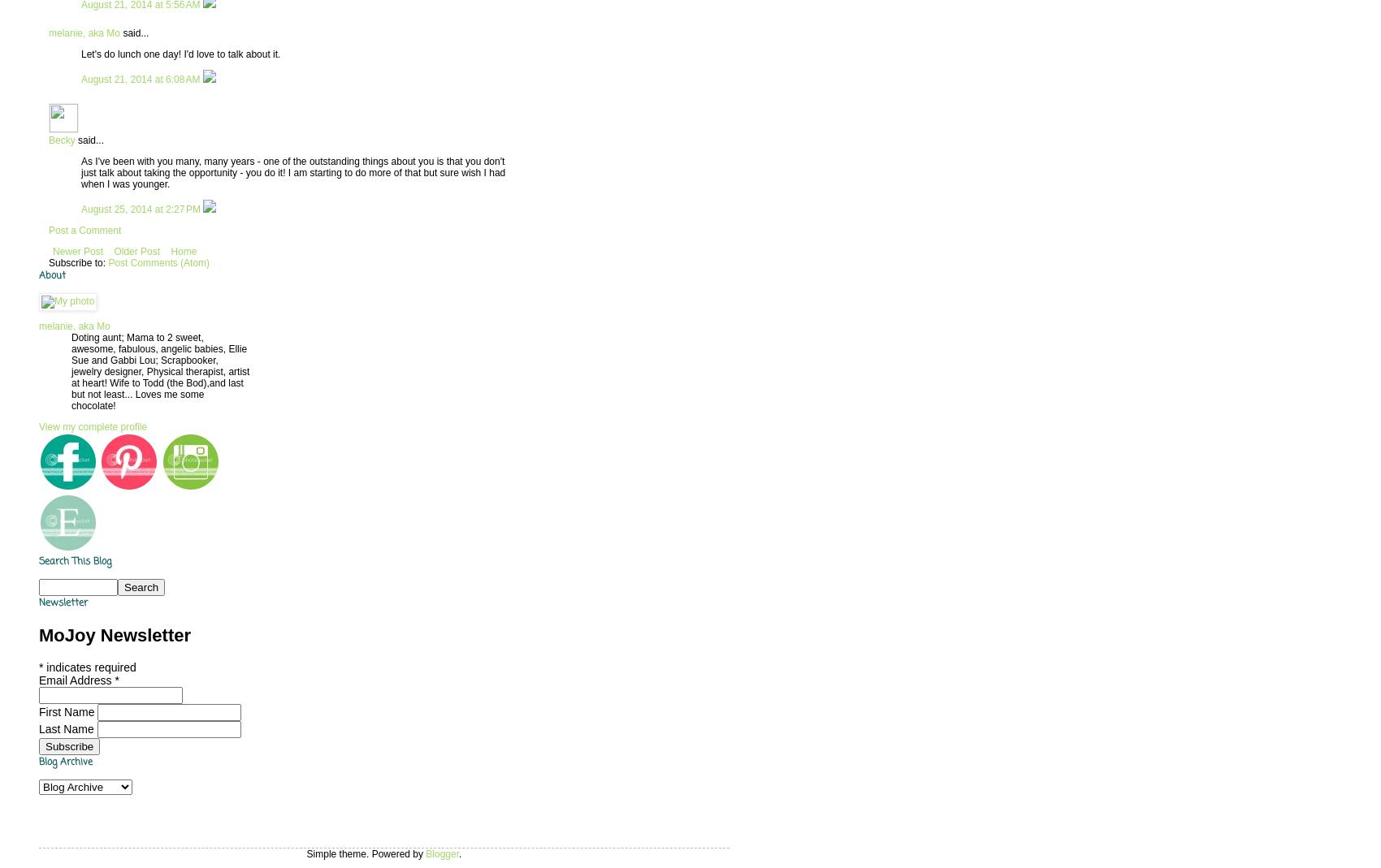 Image resolution: width=1381 pixels, height=868 pixels. What do you see at coordinates (78, 250) in the screenshot?
I see `'Newer Post'` at bounding box center [78, 250].